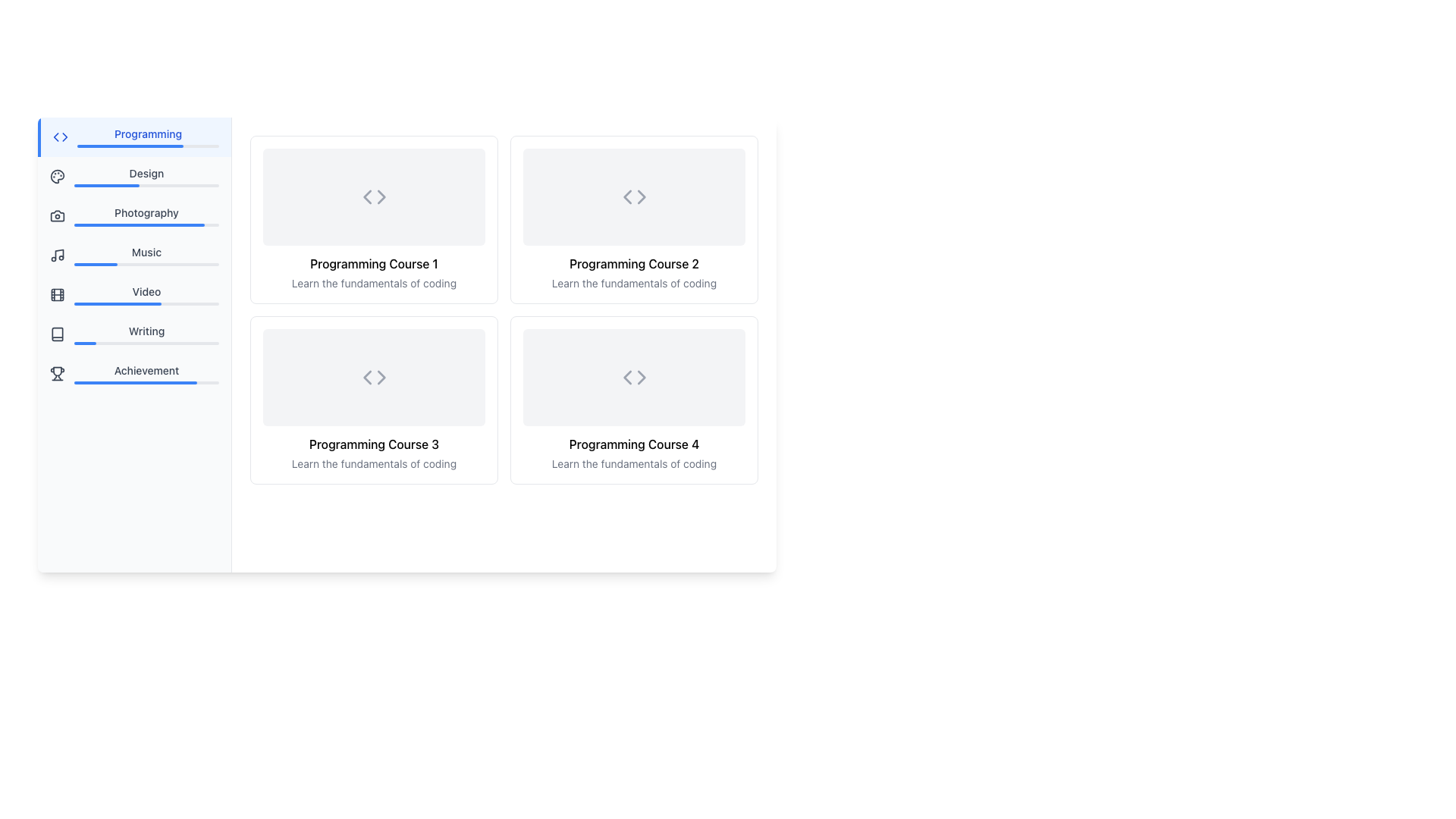 This screenshot has height=819, width=1456. Describe the element at coordinates (634, 376) in the screenshot. I see `the code icon represented by two triangular brackets within the light gray rectangular area, located in the second row and second column of the grid, associated with 'Programming Course 4'` at that location.